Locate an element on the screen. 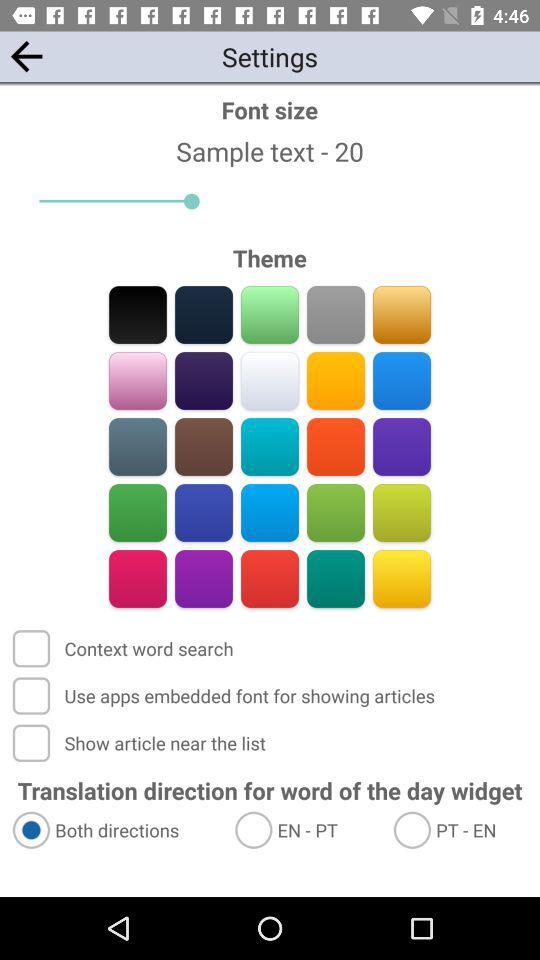 The width and height of the screenshot is (540, 960). change theme to pink is located at coordinates (137, 578).